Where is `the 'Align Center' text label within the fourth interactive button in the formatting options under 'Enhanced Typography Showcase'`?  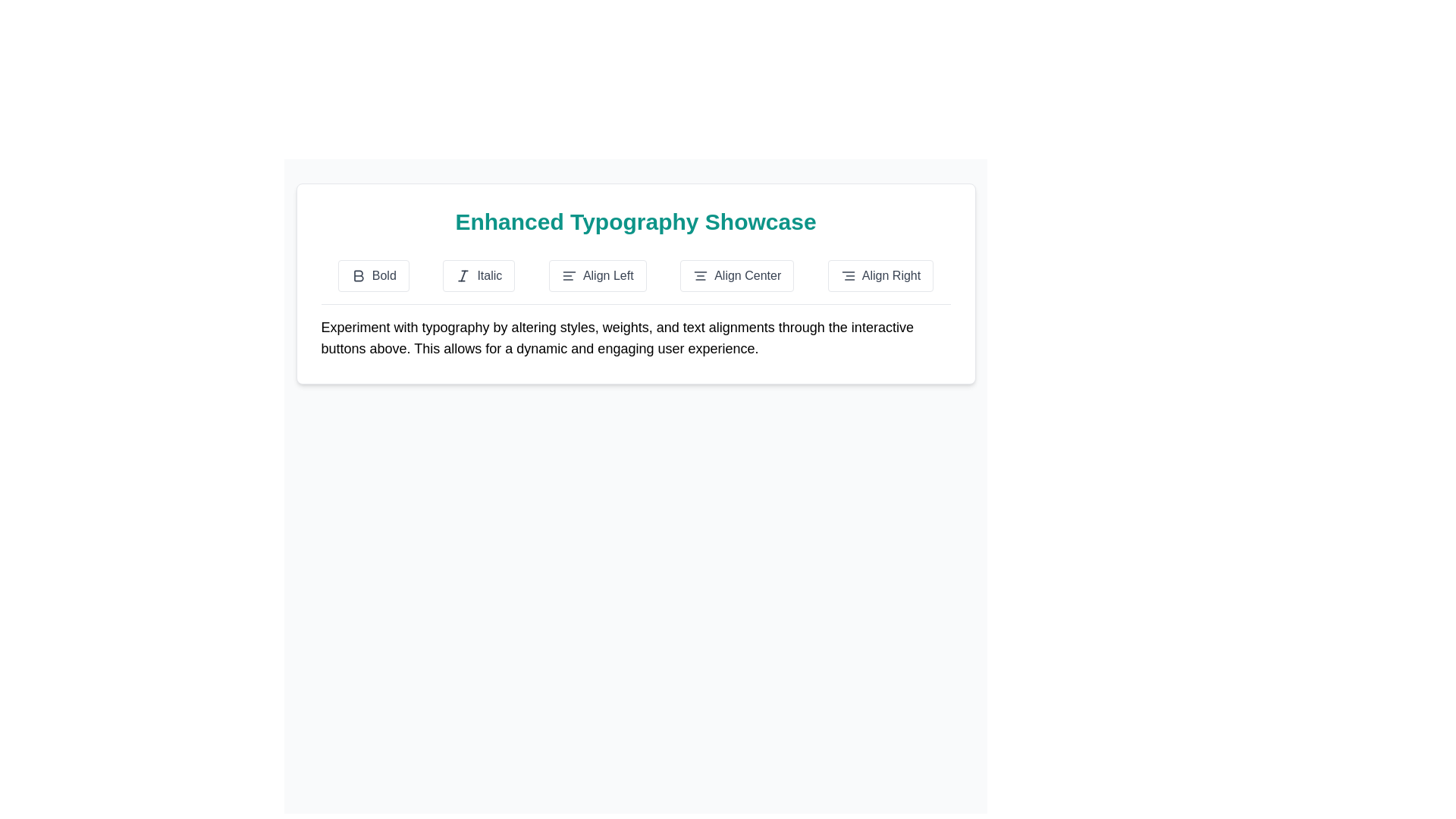 the 'Align Center' text label within the fourth interactive button in the formatting options under 'Enhanced Typography Showcase' is located at coordinates (748, 275).